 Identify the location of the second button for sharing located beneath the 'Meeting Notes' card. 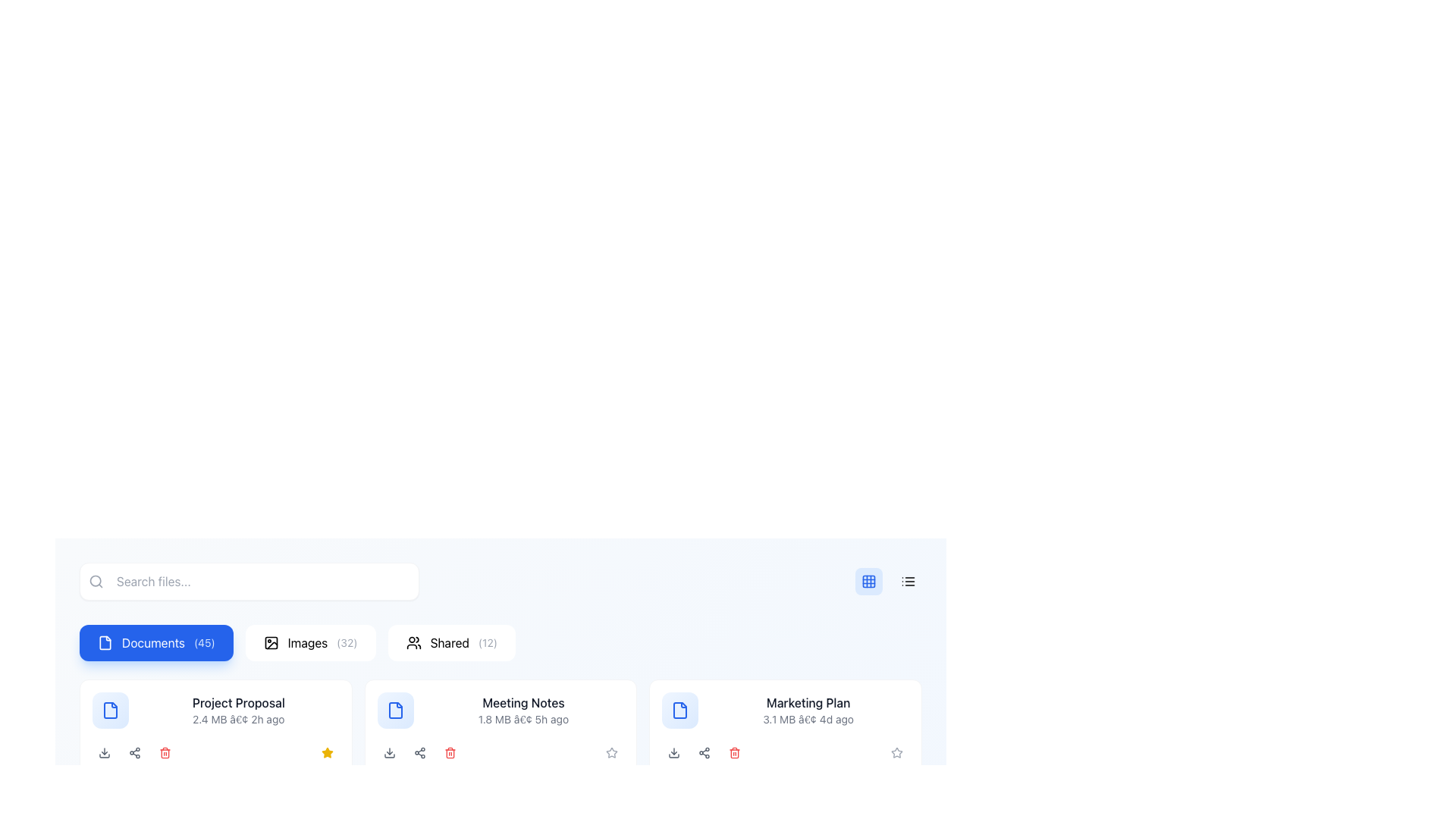
(419, 752).